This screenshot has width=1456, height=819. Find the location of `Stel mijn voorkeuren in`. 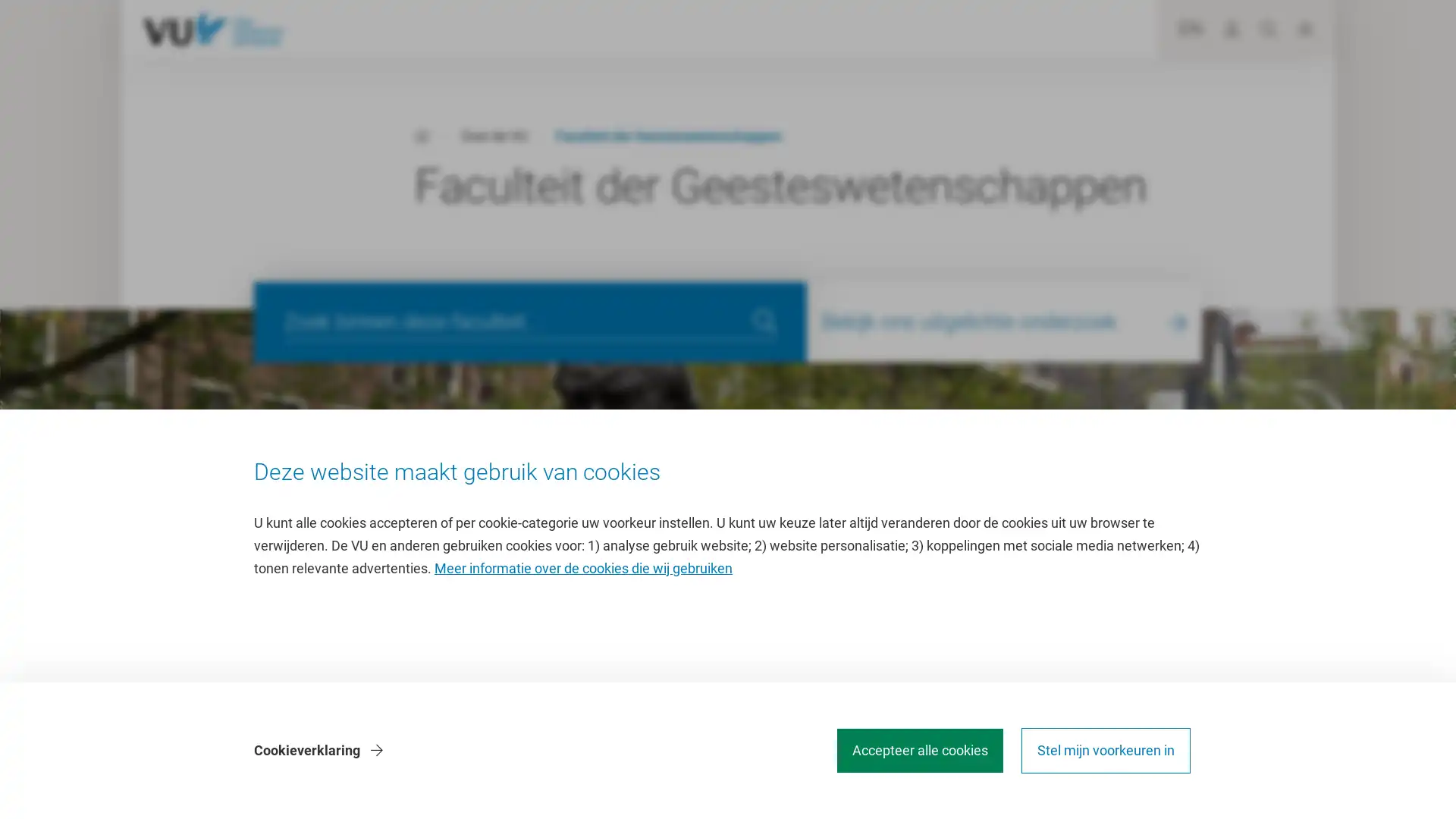

Stel mijn voorkeuren in is located at coordinates (1106, 751).